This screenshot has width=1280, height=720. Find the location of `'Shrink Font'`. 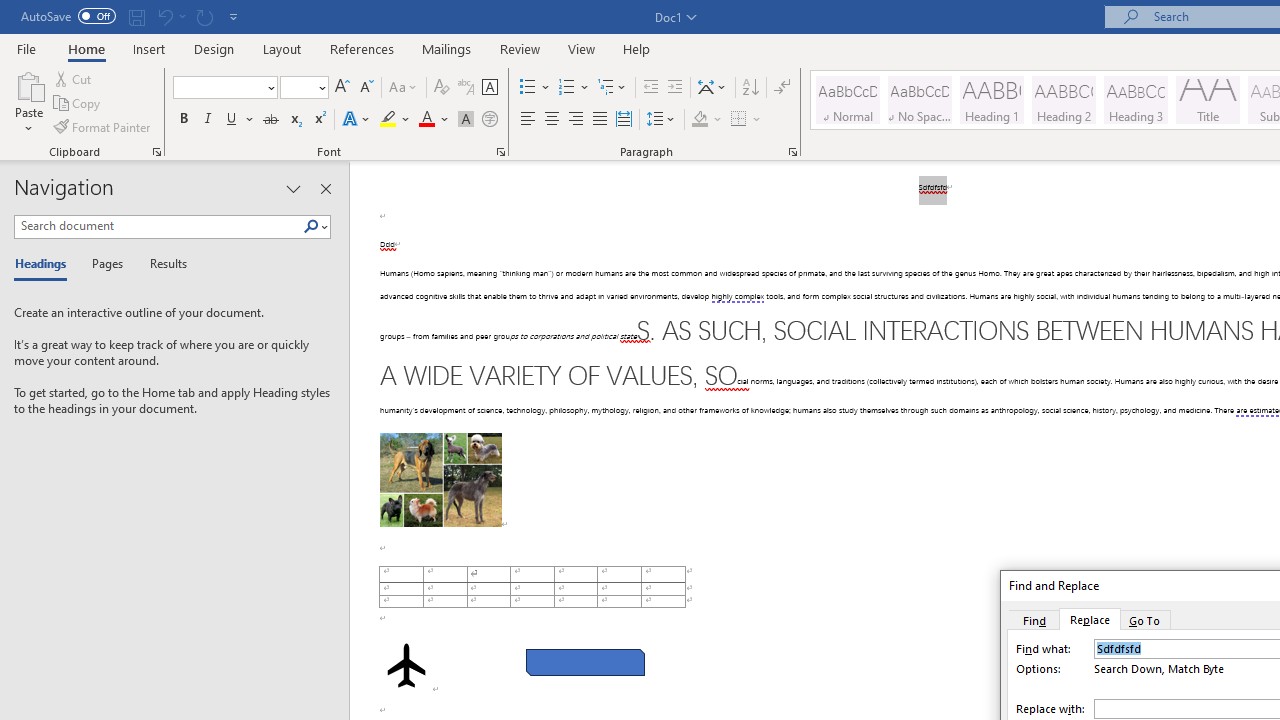

'Shrink Font' is located at coordinates (366, 86).